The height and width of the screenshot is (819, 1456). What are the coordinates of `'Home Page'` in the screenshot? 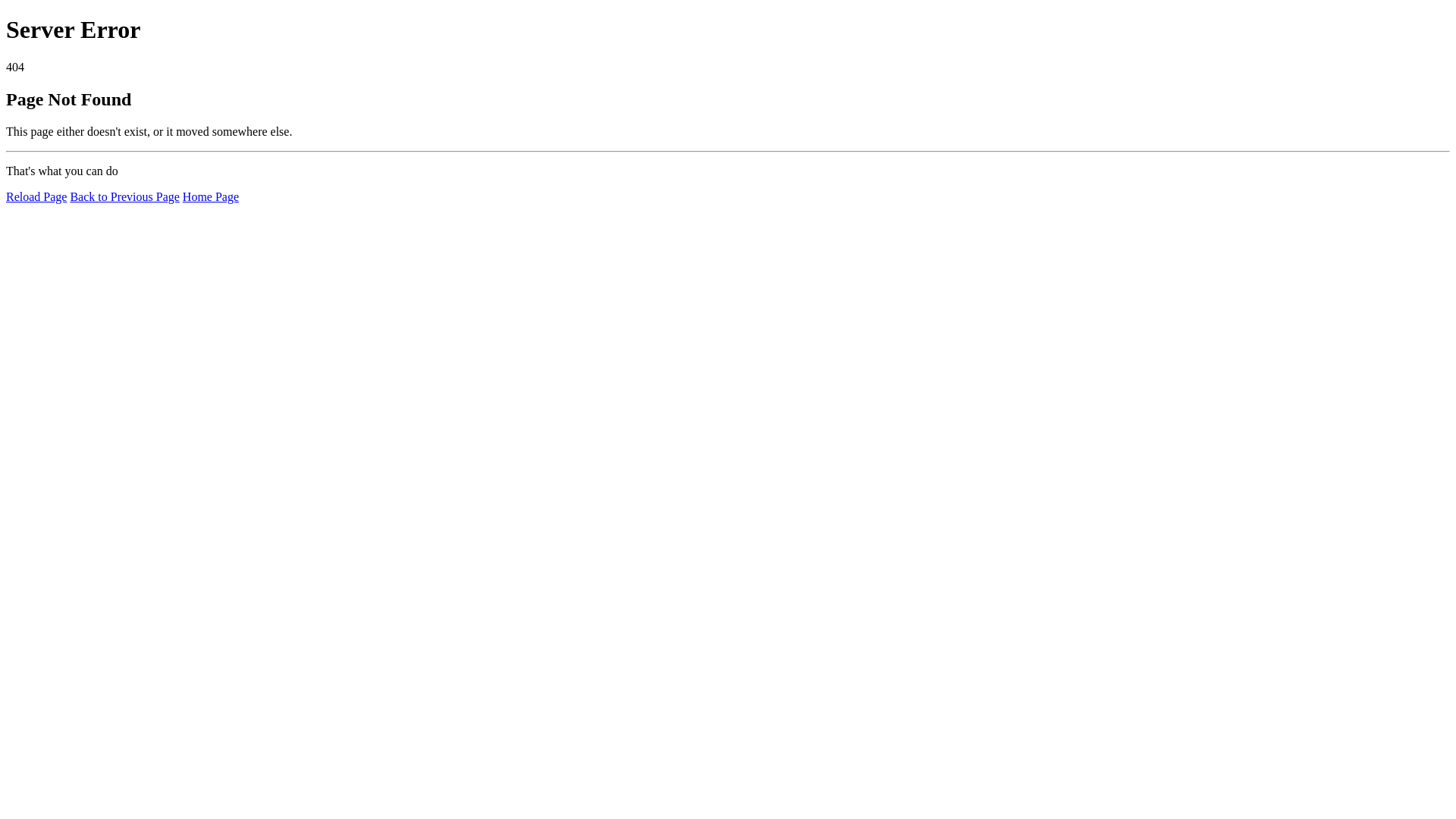 It's located at (210, 196).